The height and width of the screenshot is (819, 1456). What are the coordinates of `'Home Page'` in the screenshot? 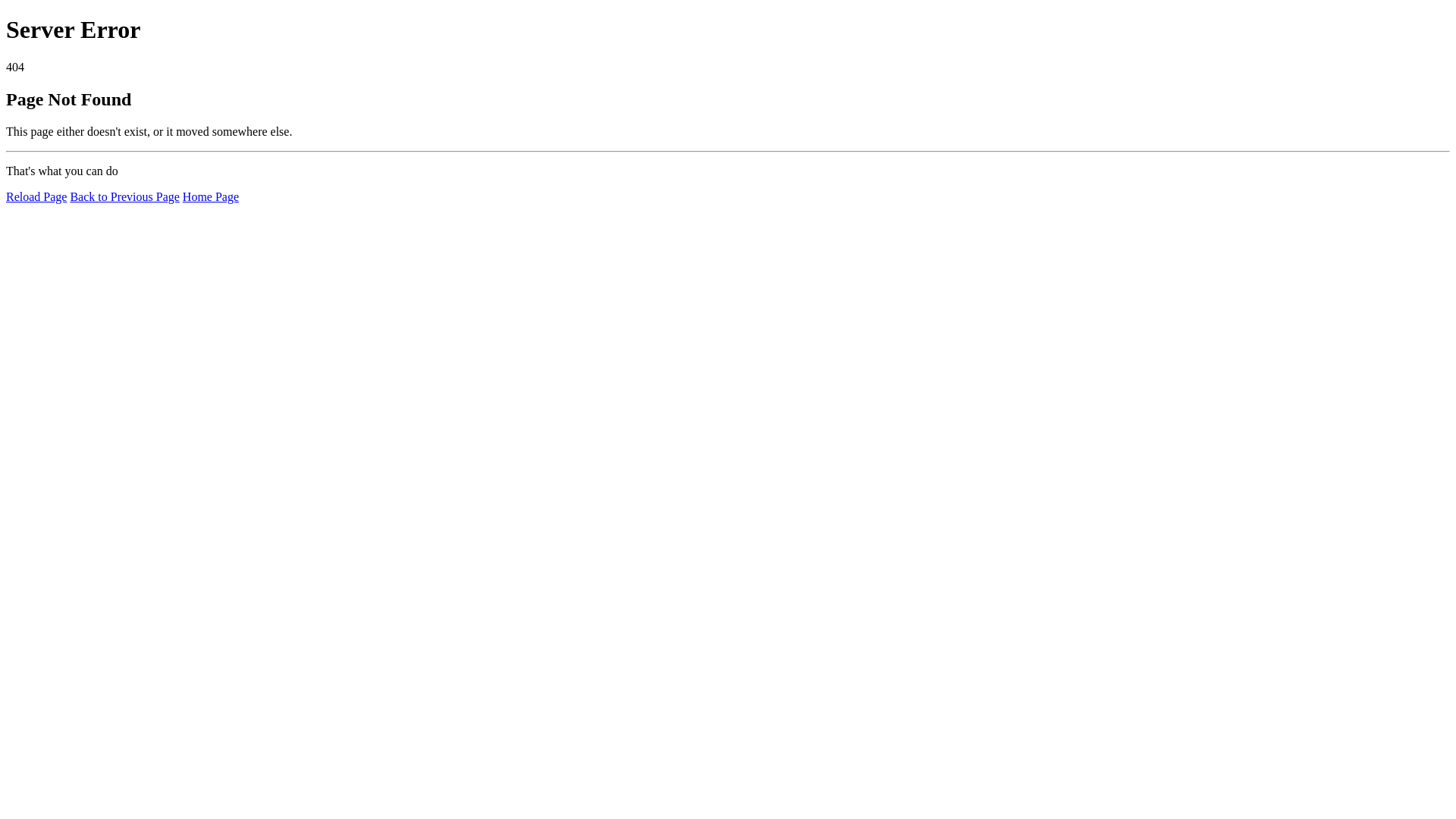 It's located at (210, 196).